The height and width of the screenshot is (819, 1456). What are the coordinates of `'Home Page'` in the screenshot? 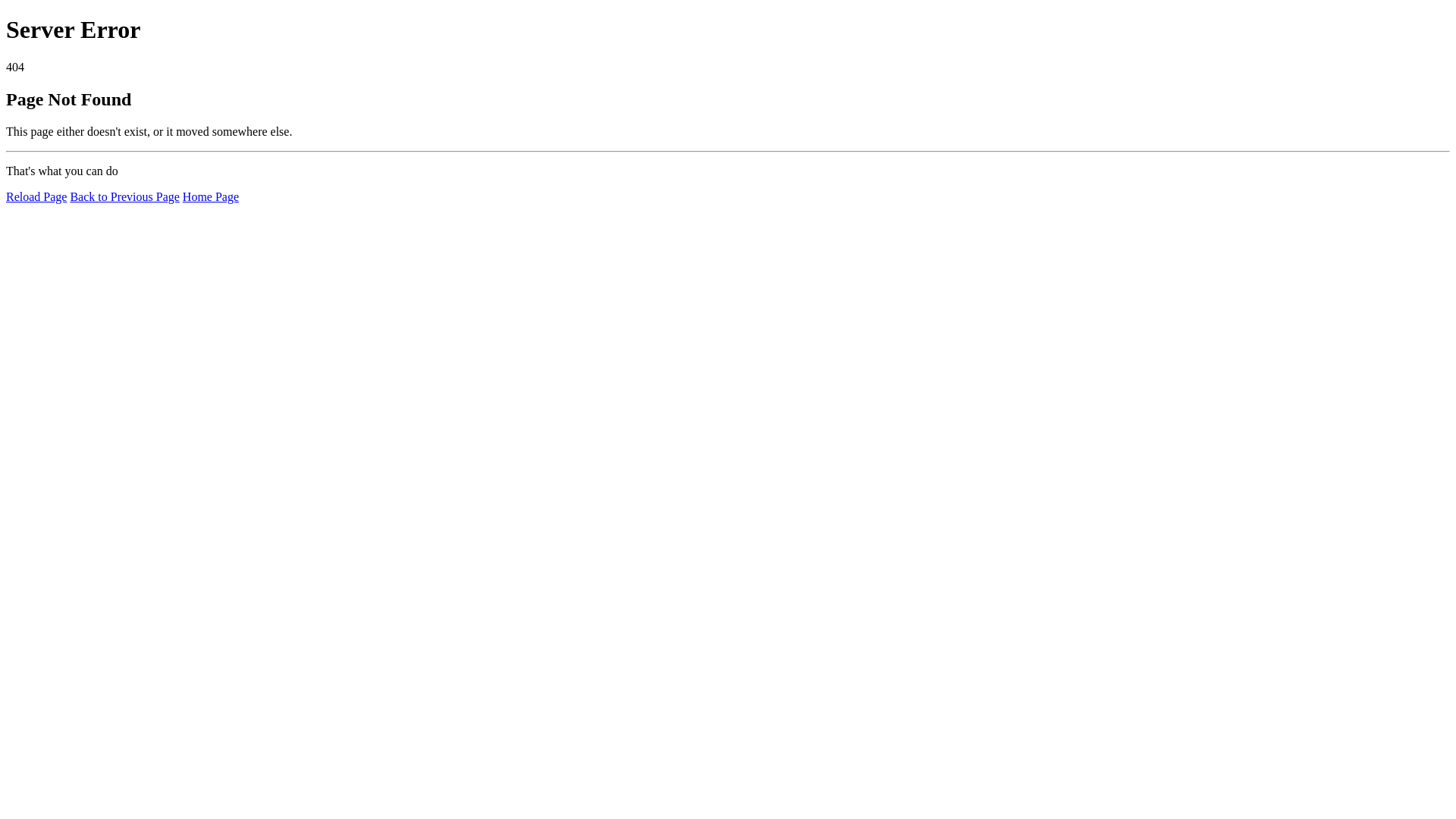 It's located at (210, 196).